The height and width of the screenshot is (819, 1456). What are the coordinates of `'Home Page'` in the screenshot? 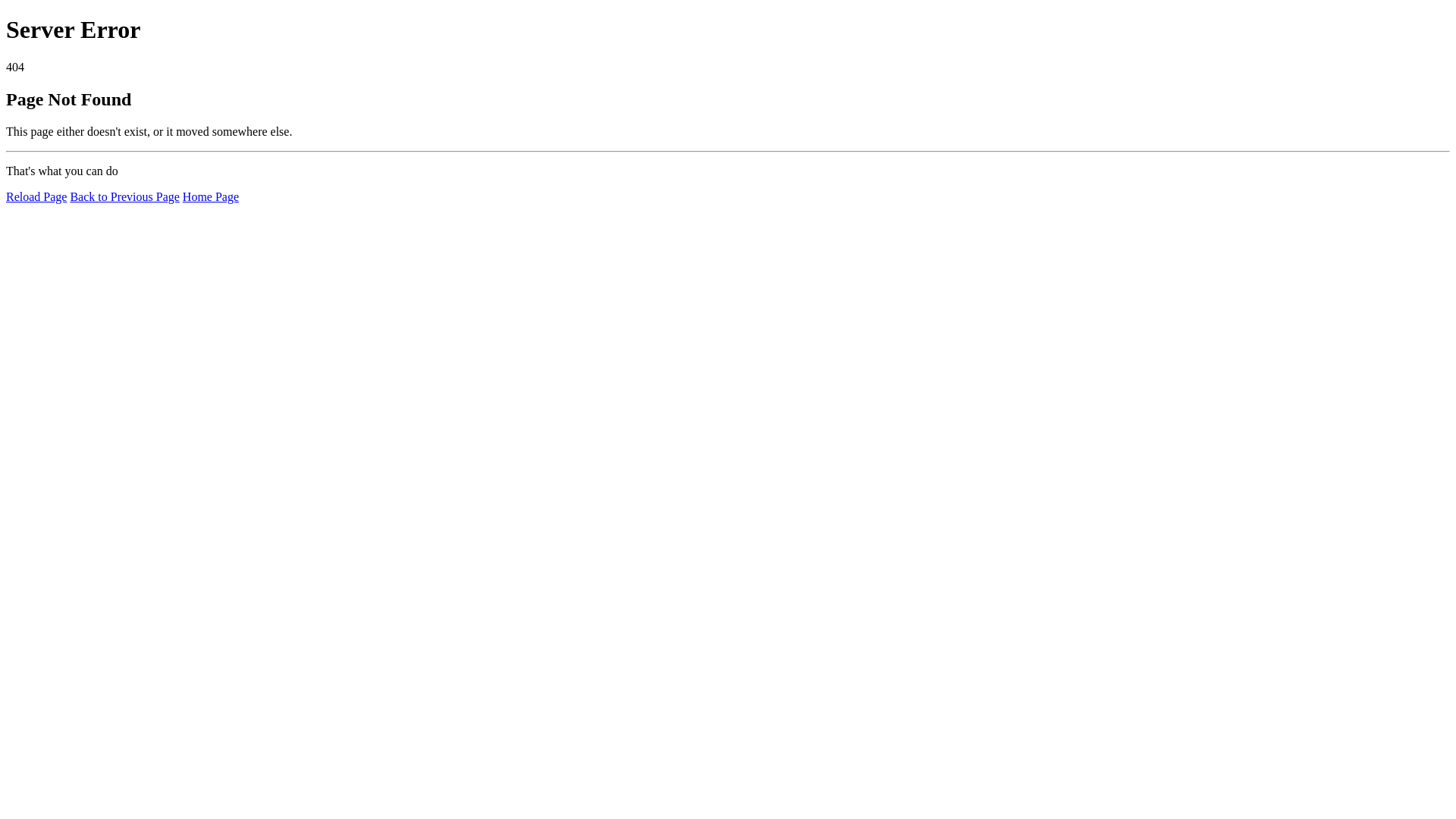 It's located at (210, 196).